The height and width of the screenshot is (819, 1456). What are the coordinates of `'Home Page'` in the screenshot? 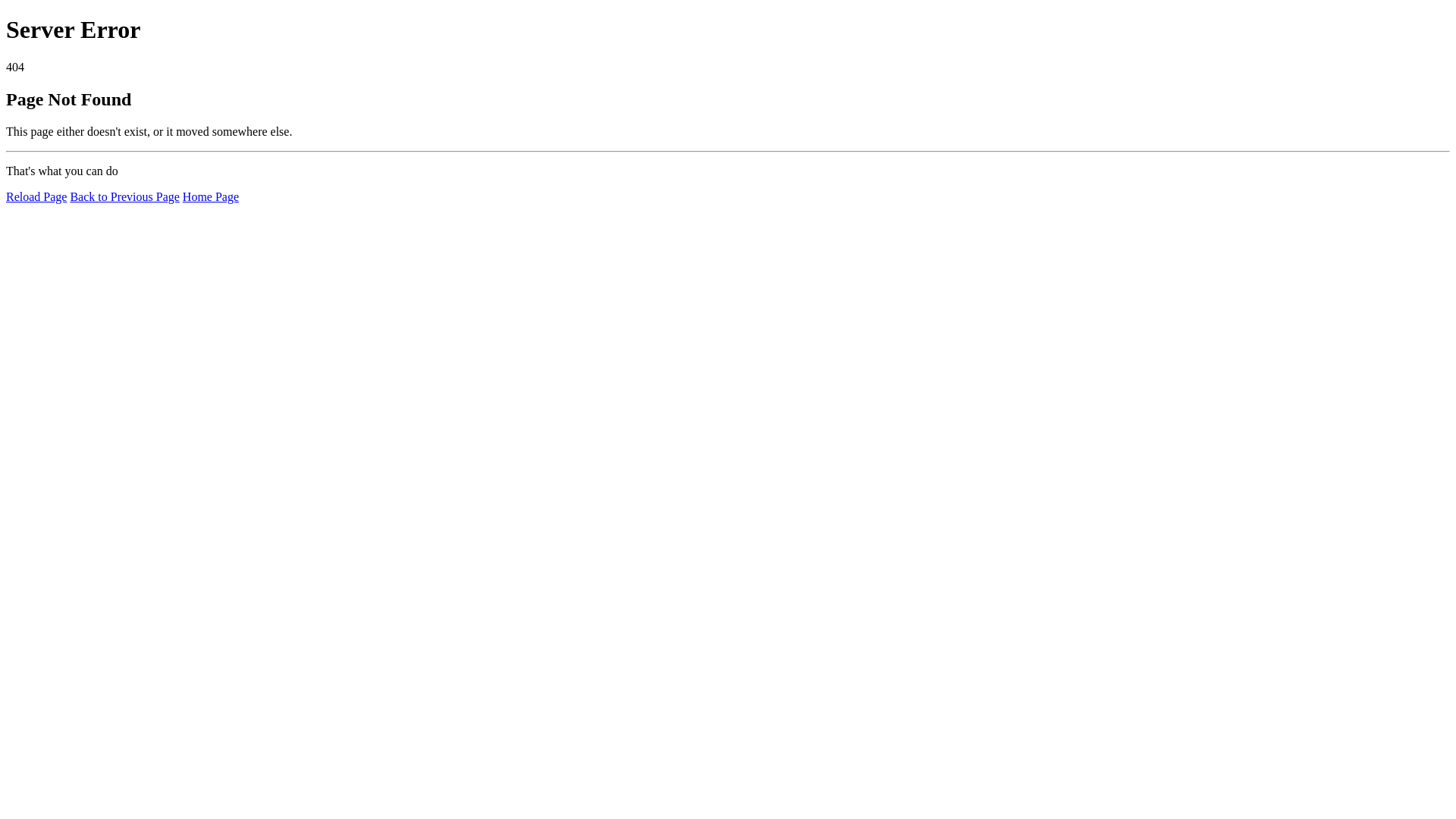 It's located at (210, 196).